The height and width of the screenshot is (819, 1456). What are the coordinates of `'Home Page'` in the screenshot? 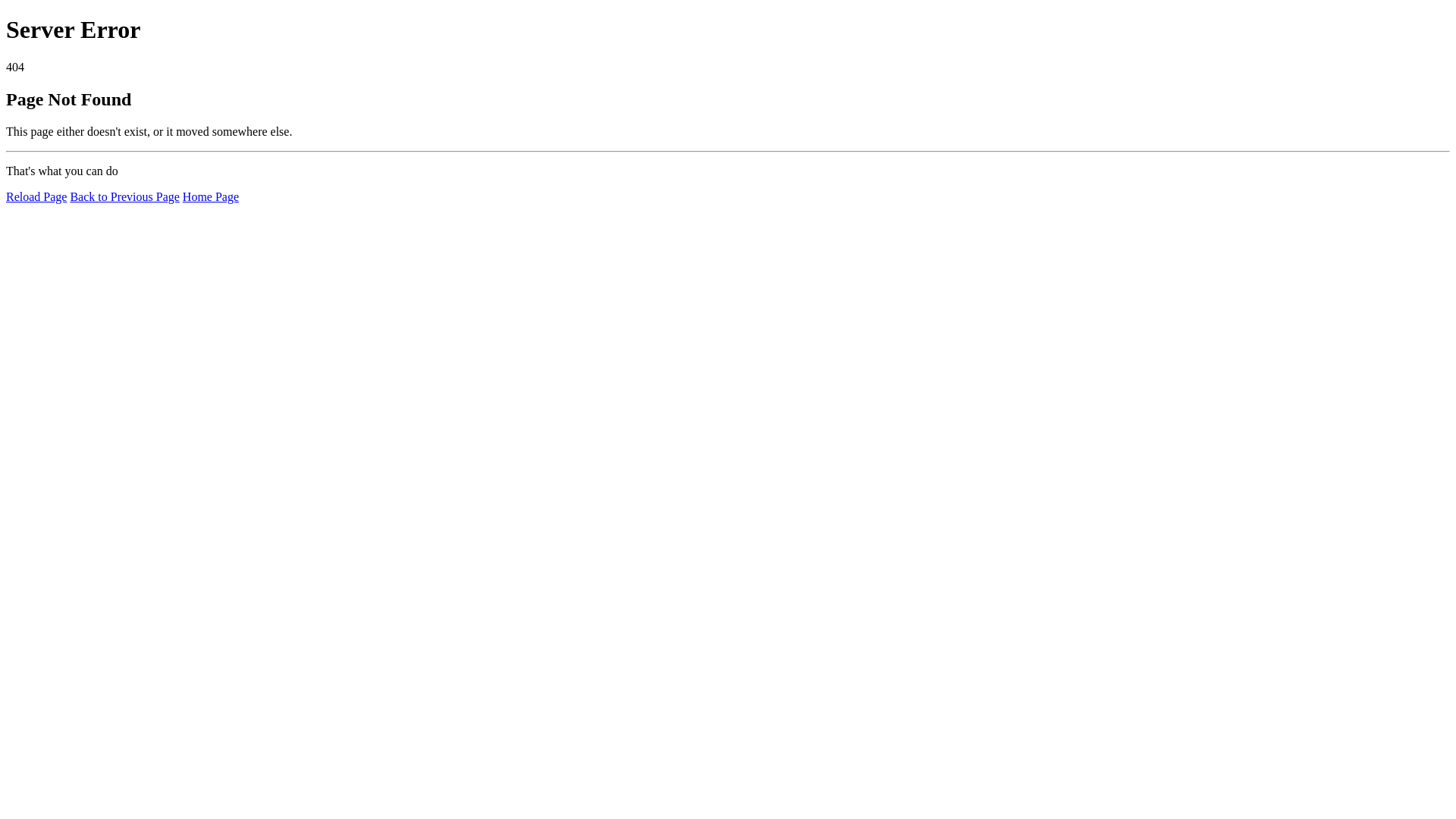 It's located at (210, 196).